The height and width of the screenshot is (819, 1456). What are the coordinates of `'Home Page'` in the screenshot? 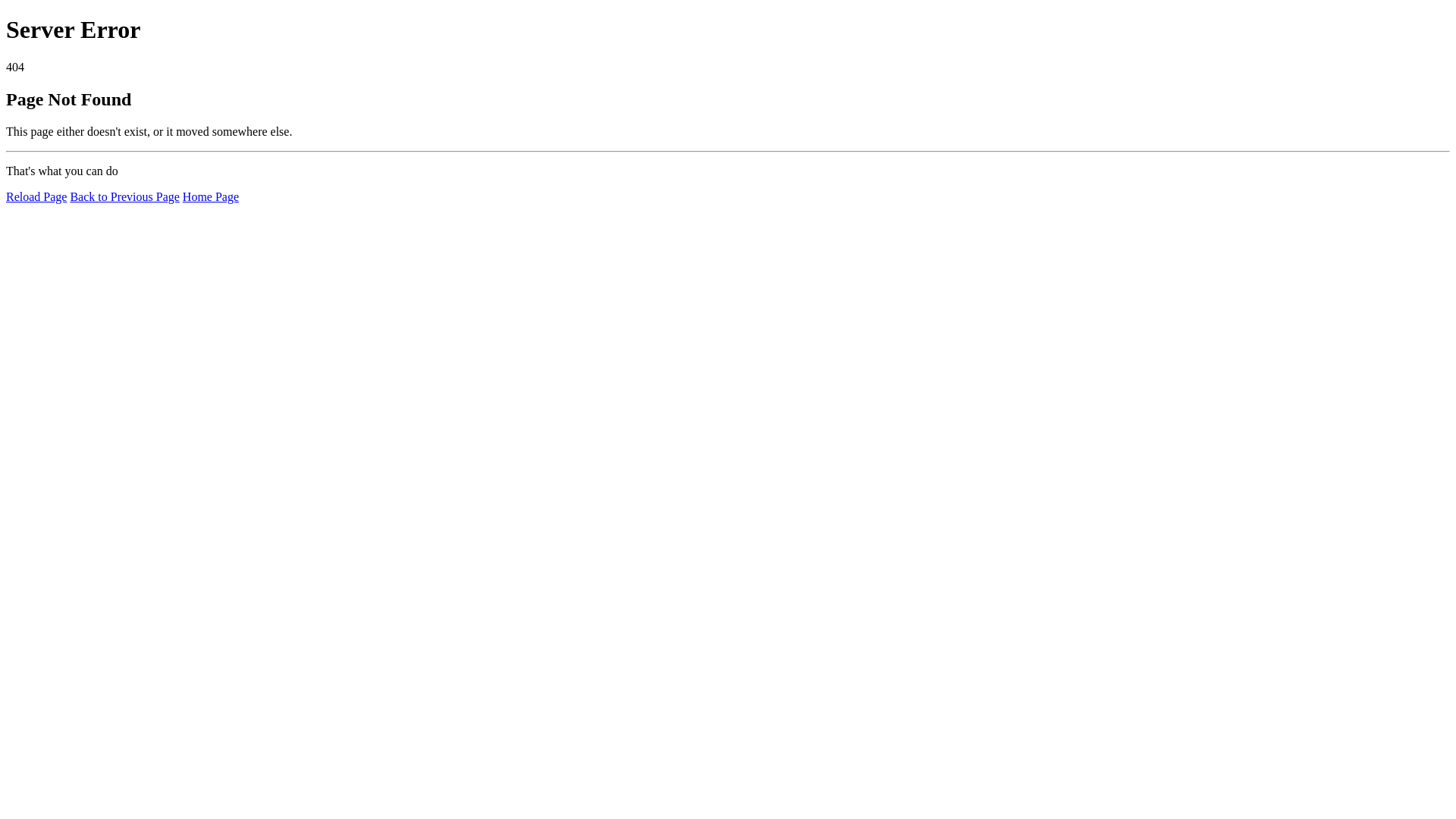 It's located at (210, 196).